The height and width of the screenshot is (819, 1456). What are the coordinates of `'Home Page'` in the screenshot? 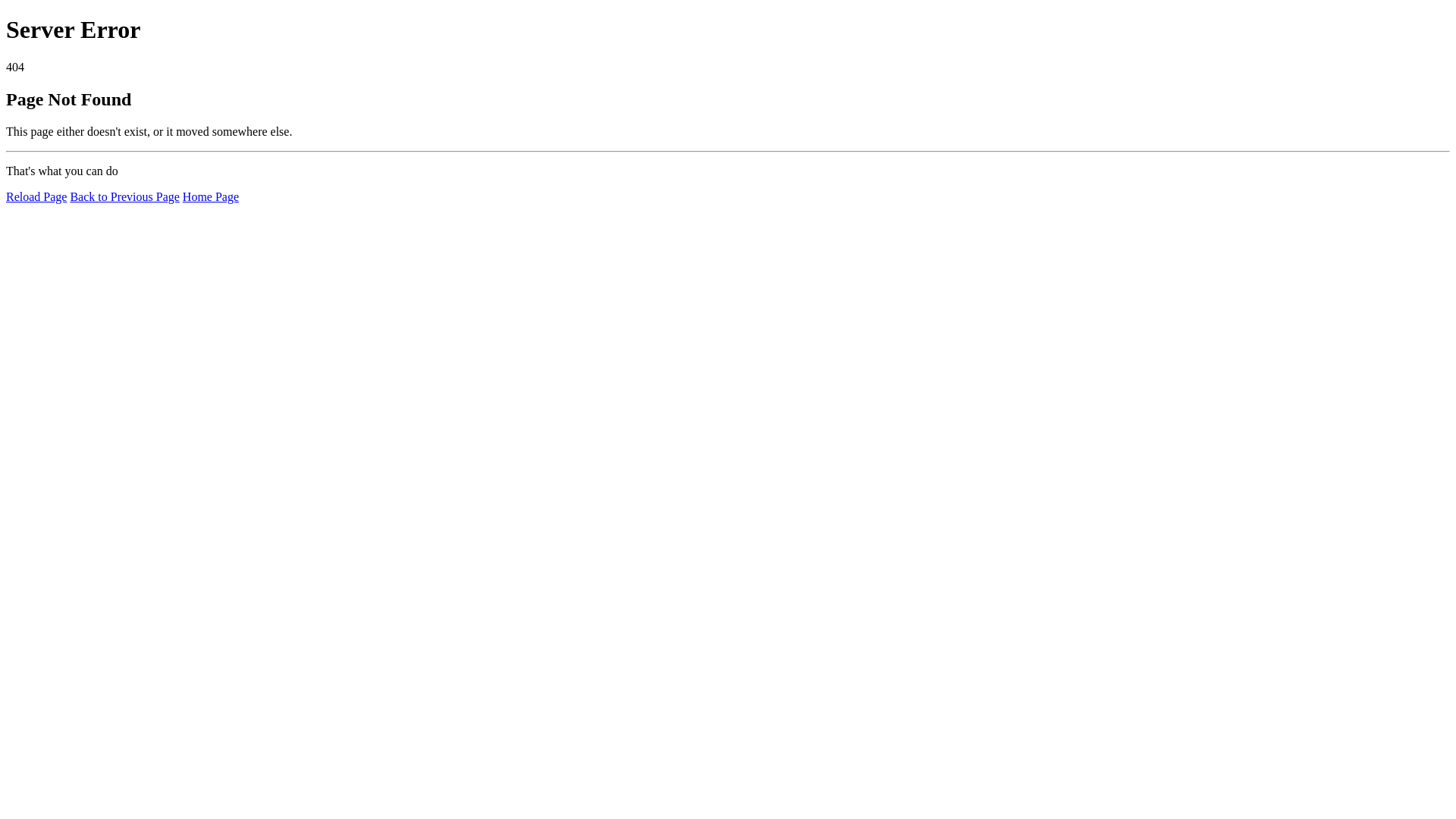 It's located at (210, 196).